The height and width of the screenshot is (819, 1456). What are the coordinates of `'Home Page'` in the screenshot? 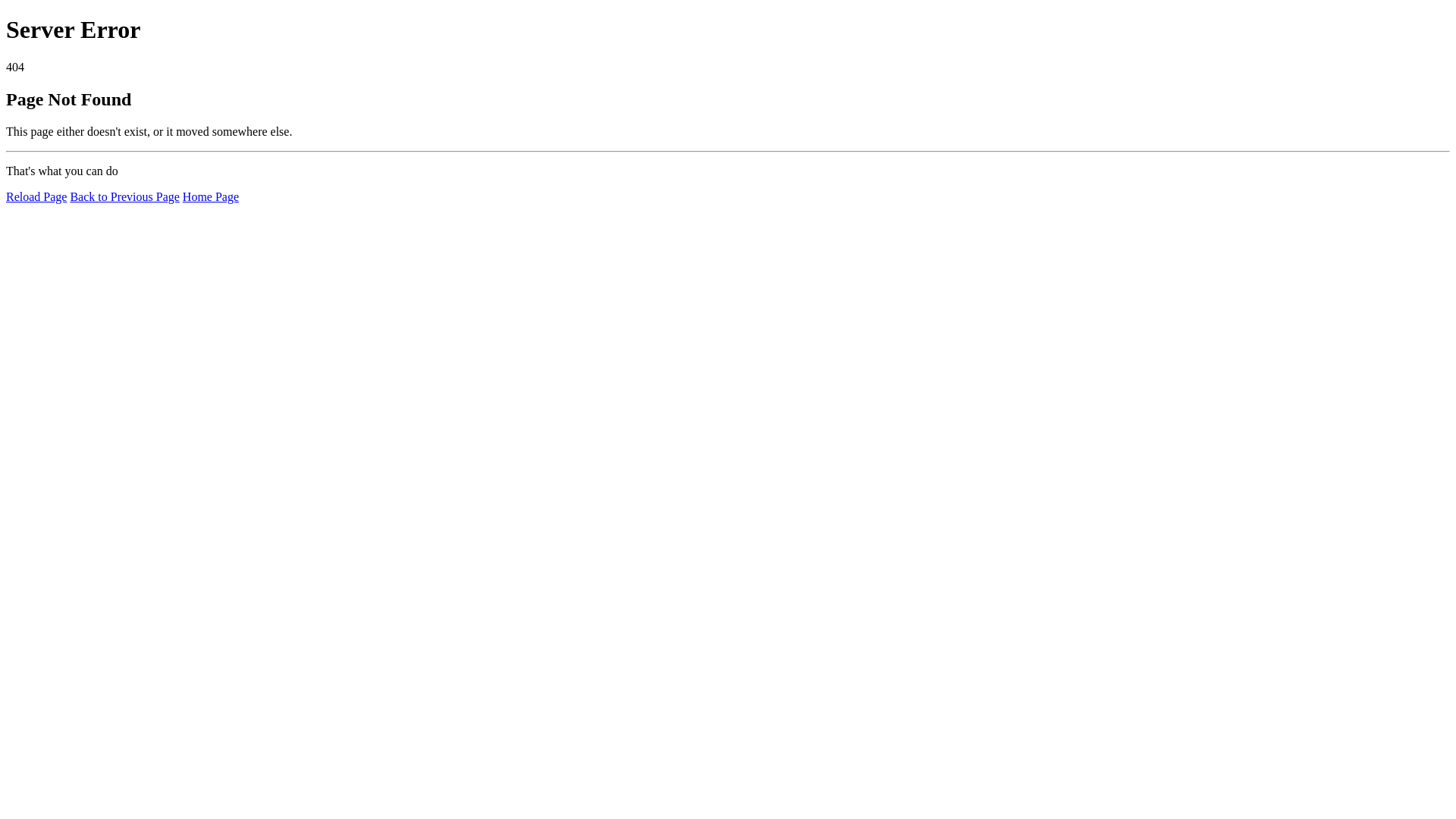 It's located at (210, 196).